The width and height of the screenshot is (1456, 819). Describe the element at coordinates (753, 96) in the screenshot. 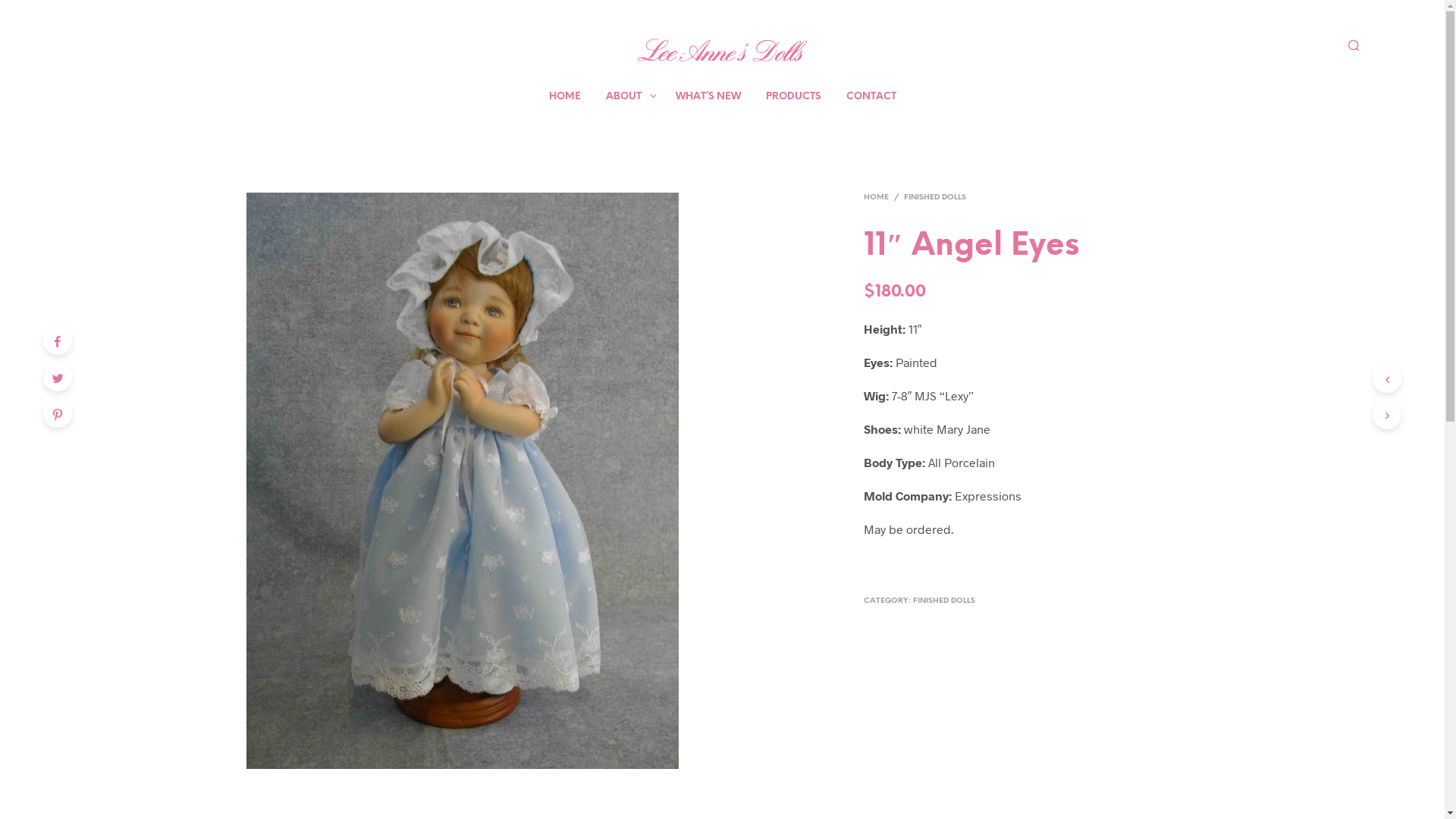

I see `'PRODUCTS'` at that location.